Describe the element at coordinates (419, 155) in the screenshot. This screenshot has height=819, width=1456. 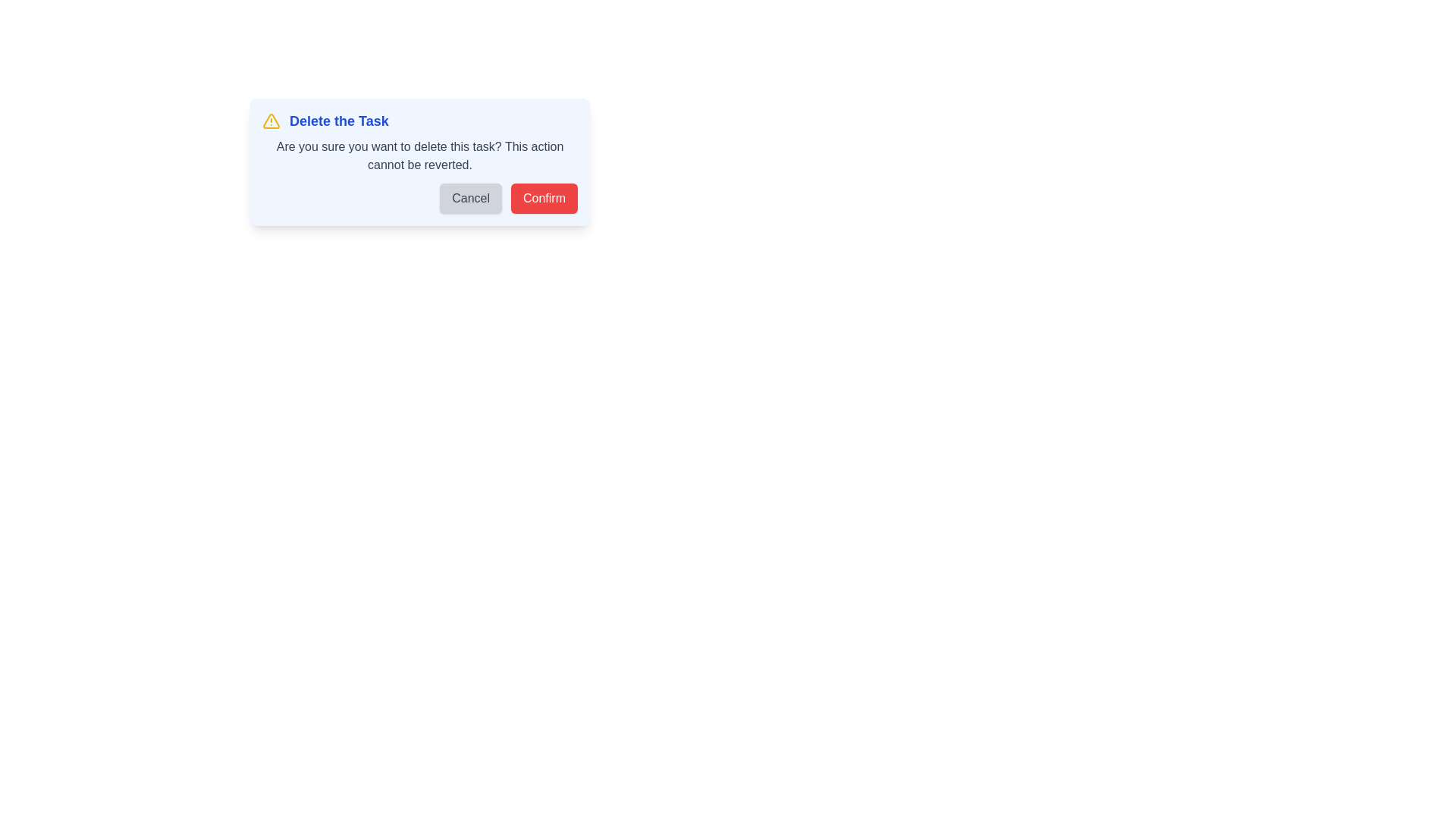
I see `the multi-line text block styled in light gray that reads: 'Are you sure you want to delete this task? This action cannot be reverted.'` at that location.